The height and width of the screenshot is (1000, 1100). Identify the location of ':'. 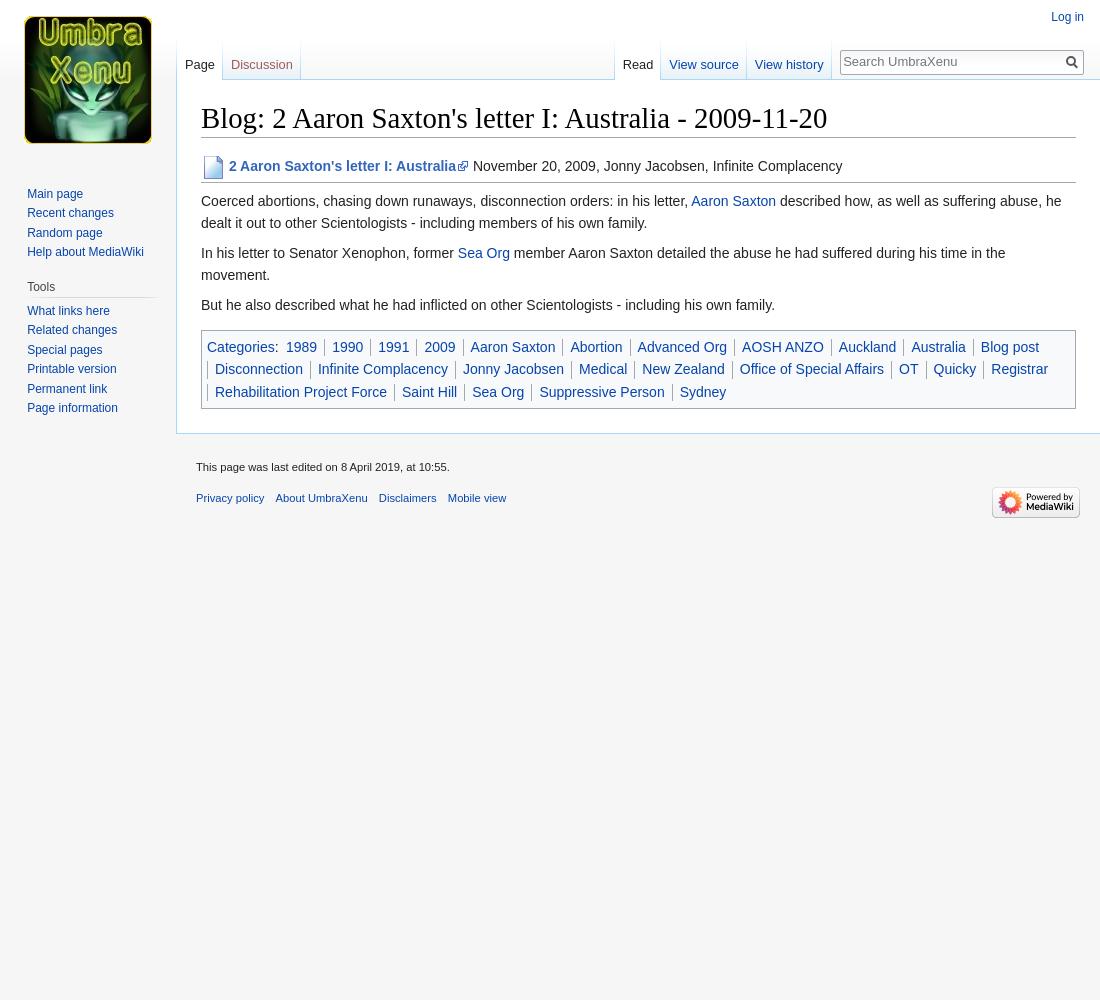
(276, 345).